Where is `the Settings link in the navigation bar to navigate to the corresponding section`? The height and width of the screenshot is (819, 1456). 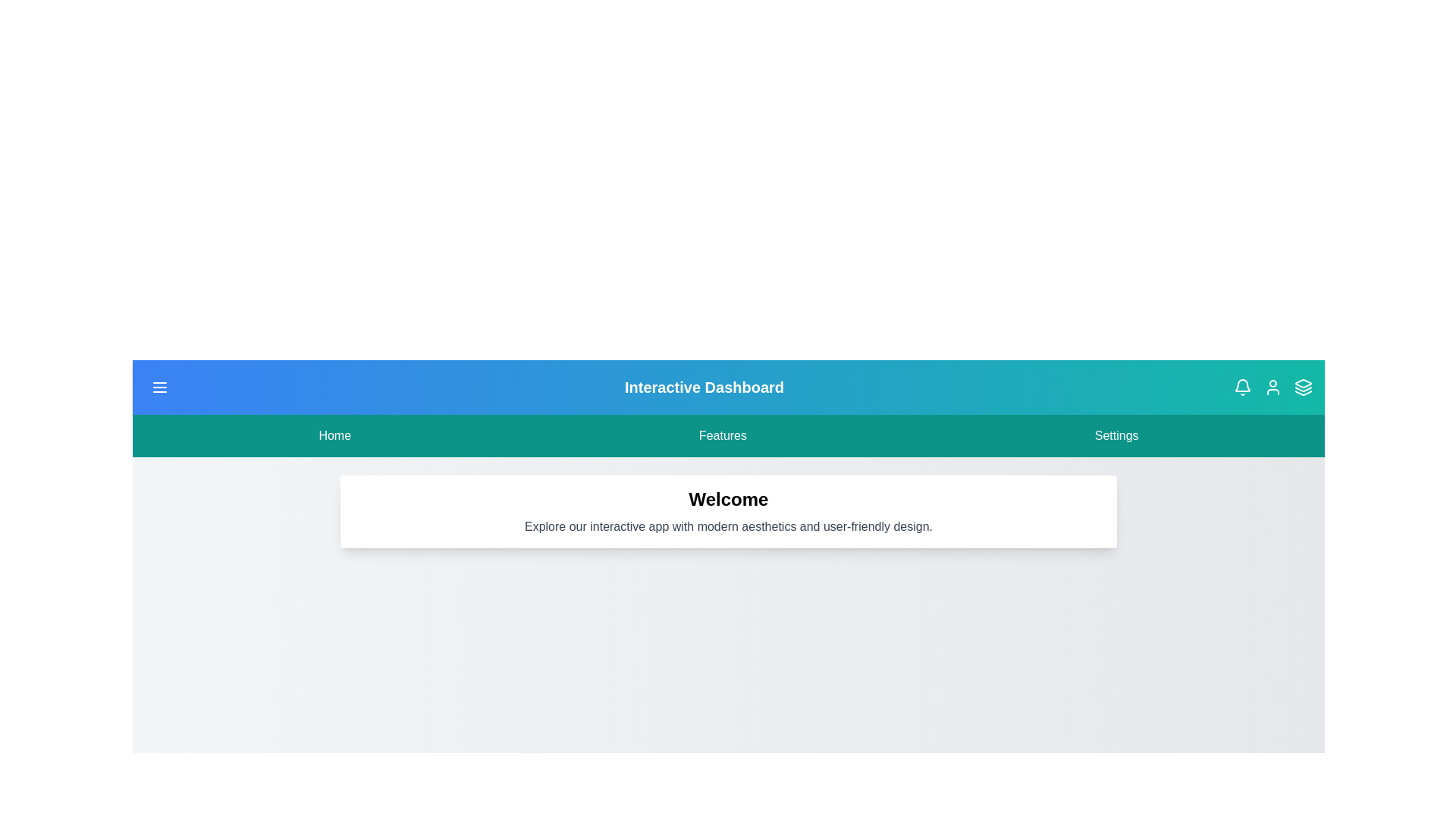 the Settings link in the navigation bar to navigate to the corresponding section is located at coordinates (1116, 435).